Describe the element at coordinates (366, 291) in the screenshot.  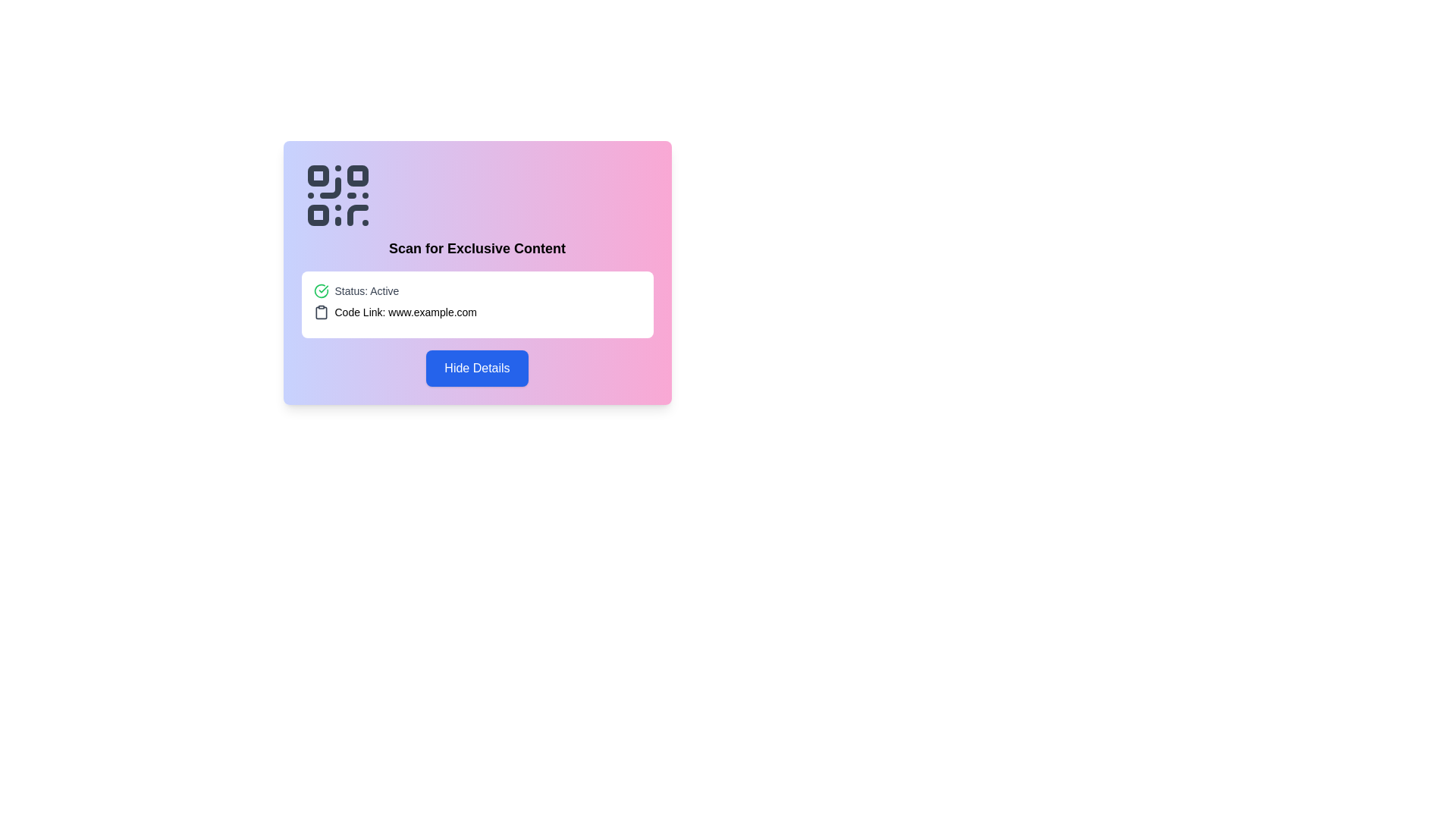
I see `the text label displaying 'Status: Active' which is in a small-sized gray font and located to the right of a green checkmark icon` at that location.